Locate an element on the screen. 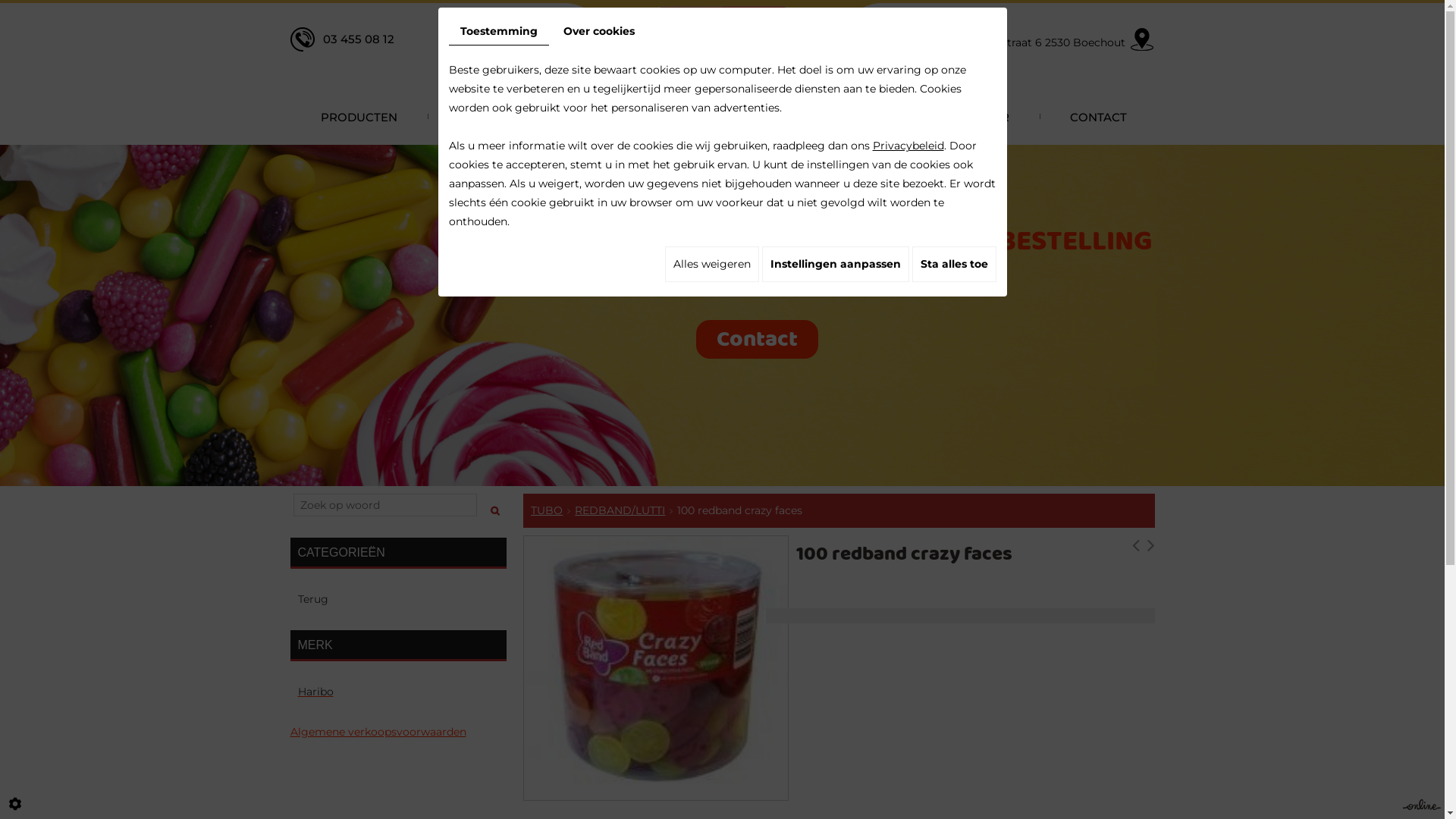 The height and width of the screenshot is (819, 1456). 'Algemene verkoopsvoorwaarden' is located at coordinates (290, 730).